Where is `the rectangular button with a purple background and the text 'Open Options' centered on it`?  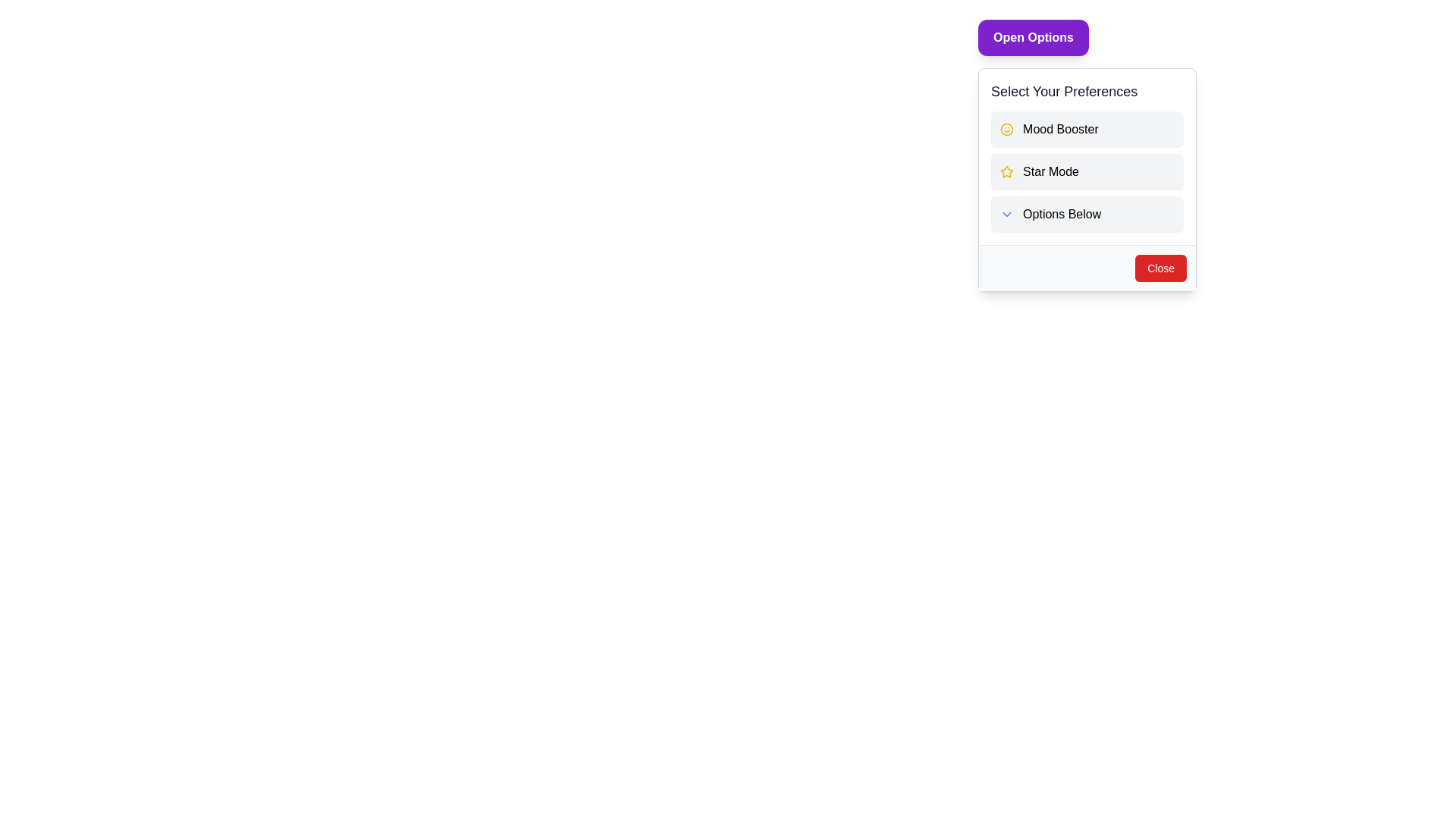 the rectangular button with a purple background and the text 'Open Options' centered on it is located at coordinates (1033, 37).